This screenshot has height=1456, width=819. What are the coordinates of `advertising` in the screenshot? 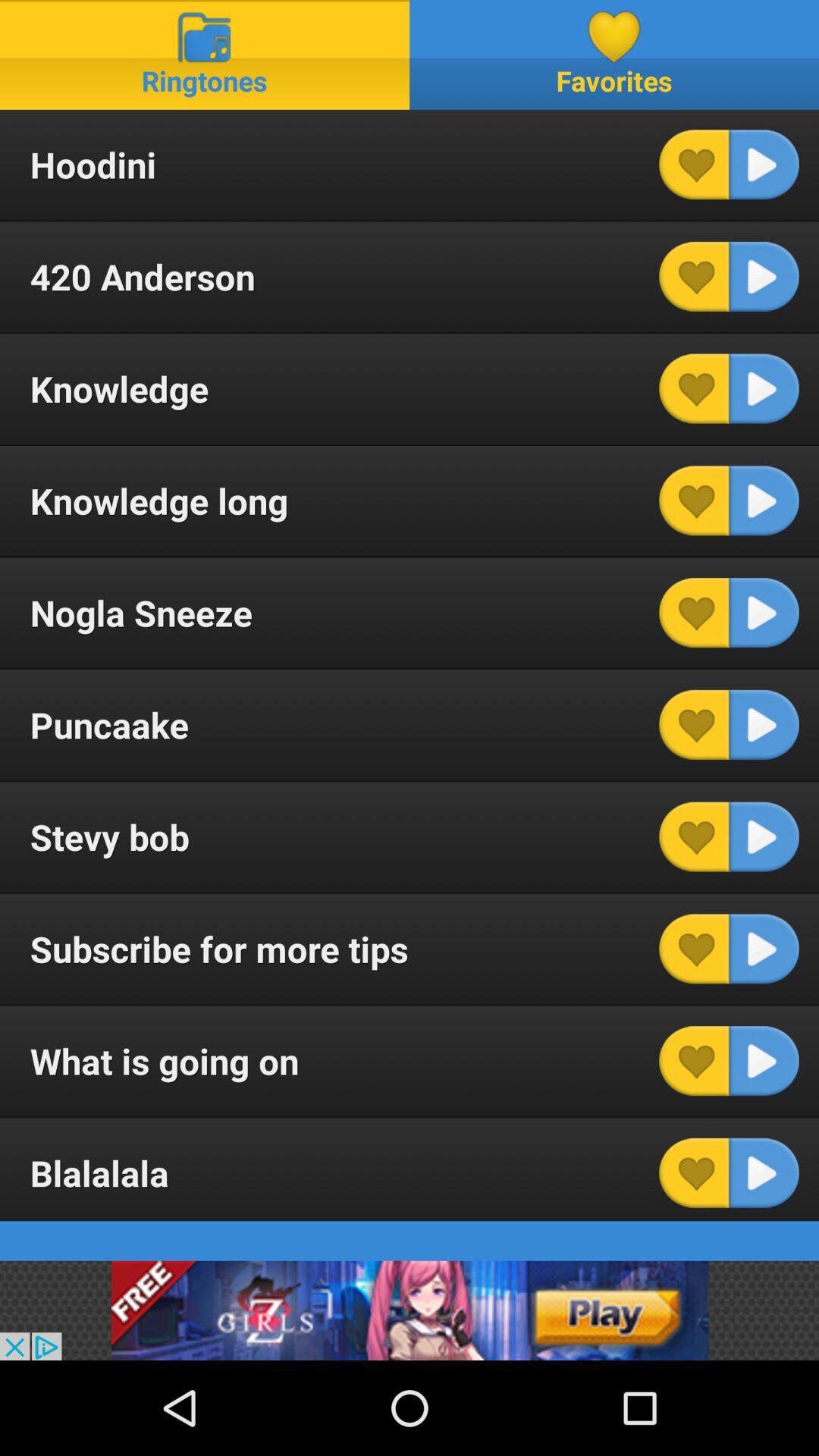 It's located at (409, 1310).